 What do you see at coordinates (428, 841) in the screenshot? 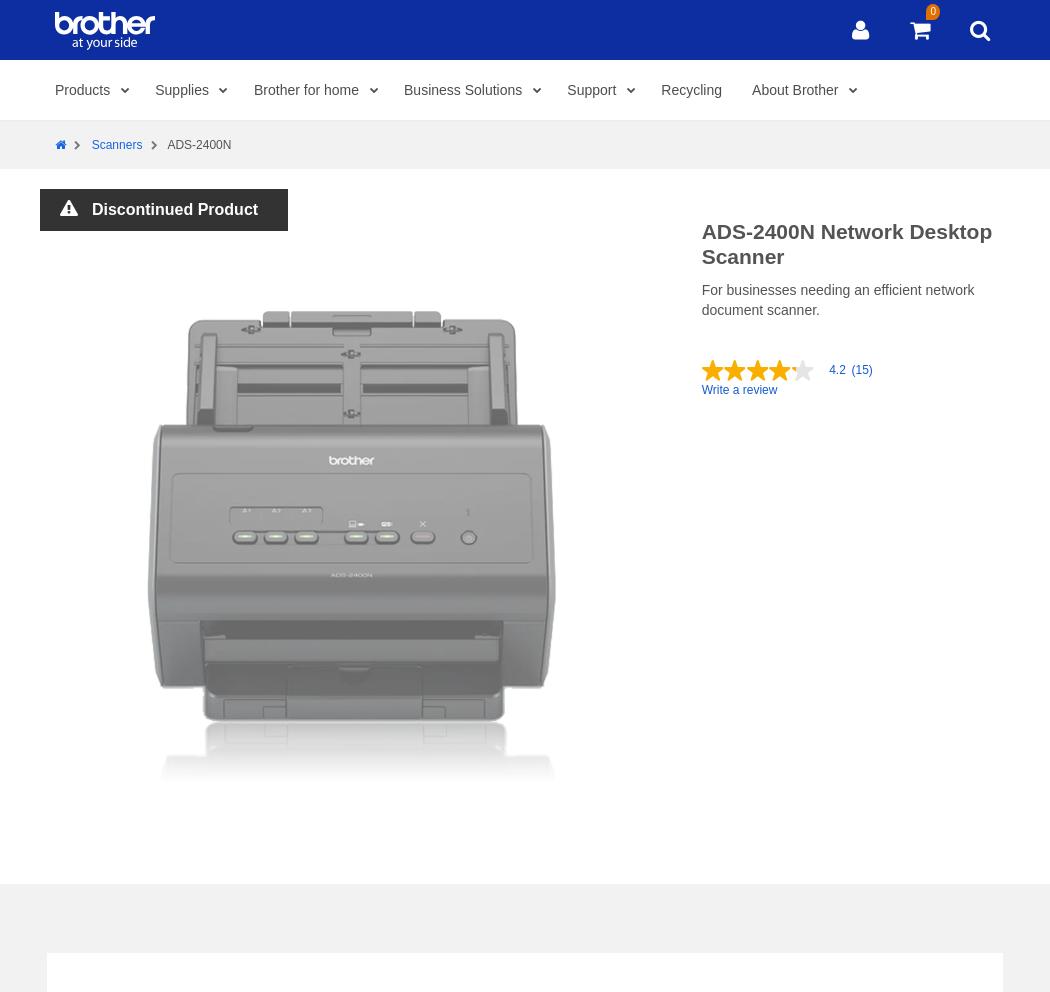
I see `'1'` at bounding box center [428, 841].